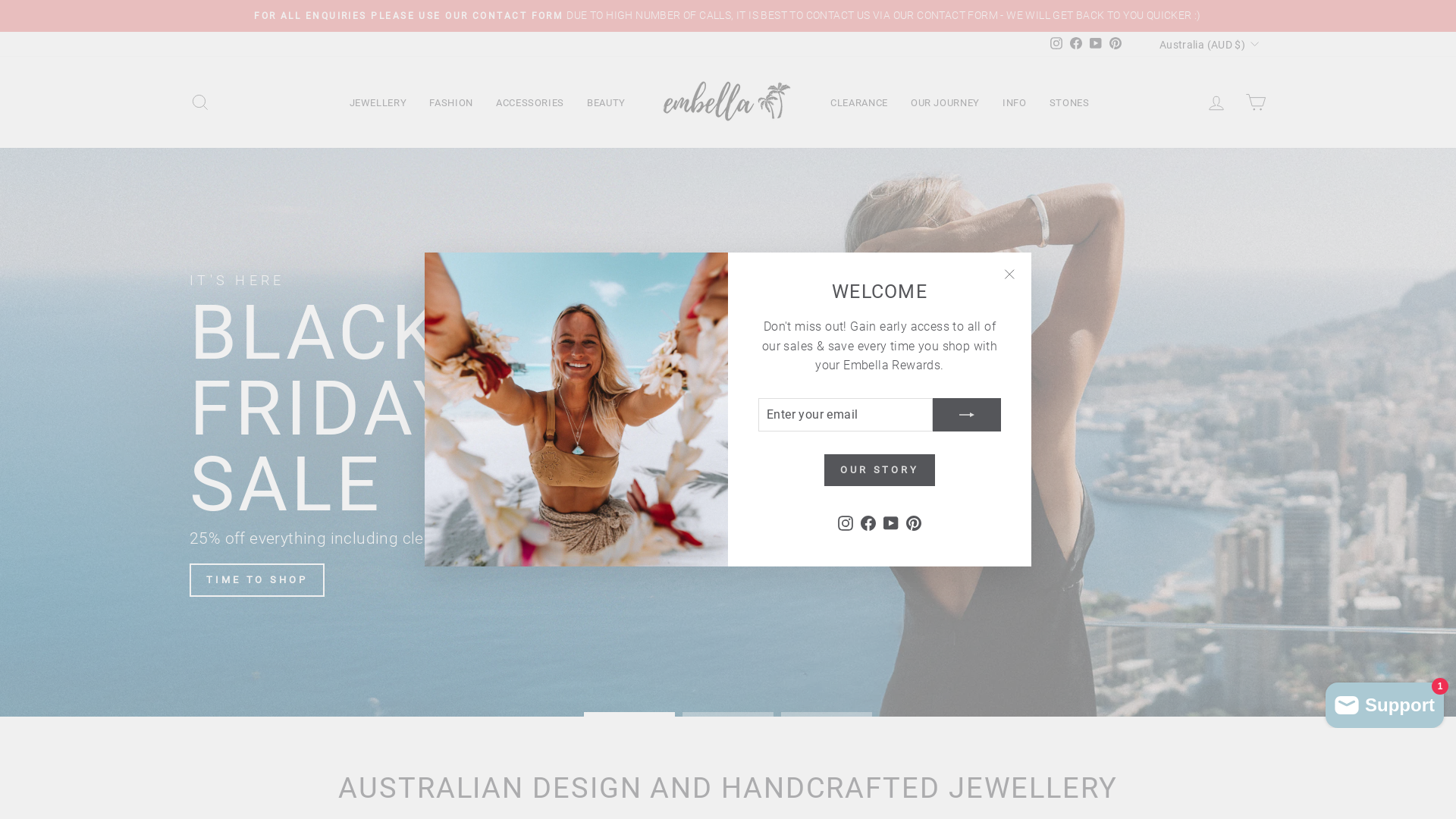  Describe the element at coordinates (1015, 102) in the screenshot. I see `'INFO'` at that location.